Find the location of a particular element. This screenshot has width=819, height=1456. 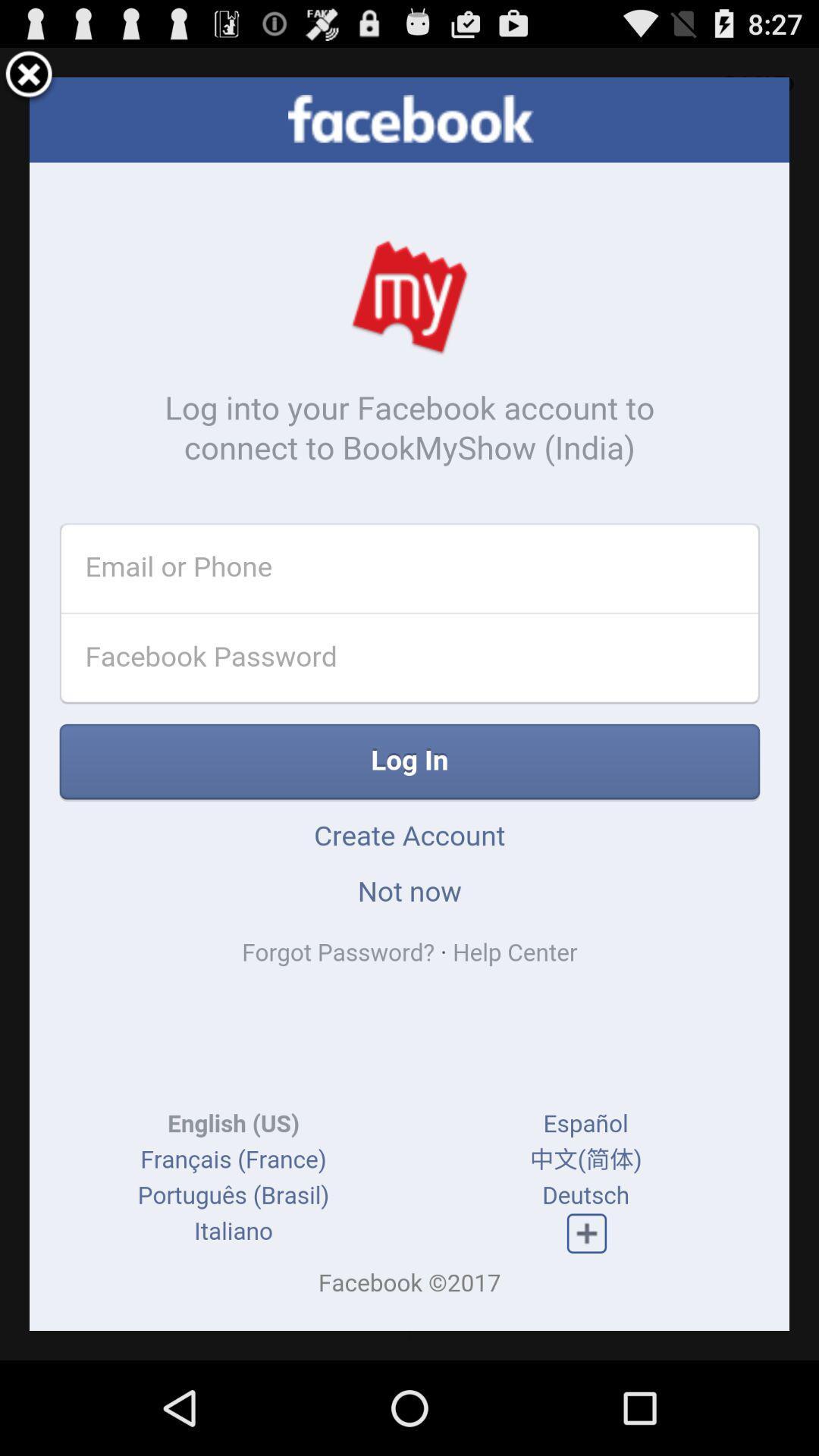

the close icon is located at coordinates (29, 81).